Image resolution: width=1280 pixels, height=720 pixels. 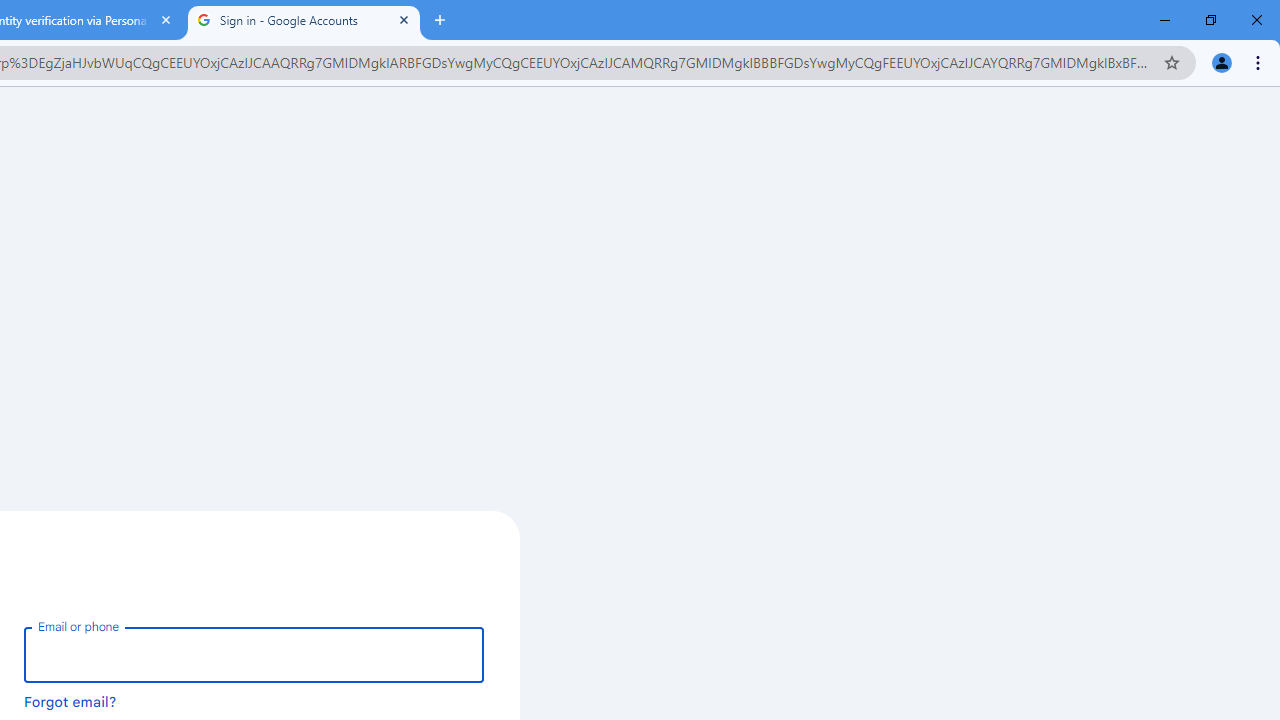 I want to click on 'Sign in - Google Accounts', so click(x=303, y=20).